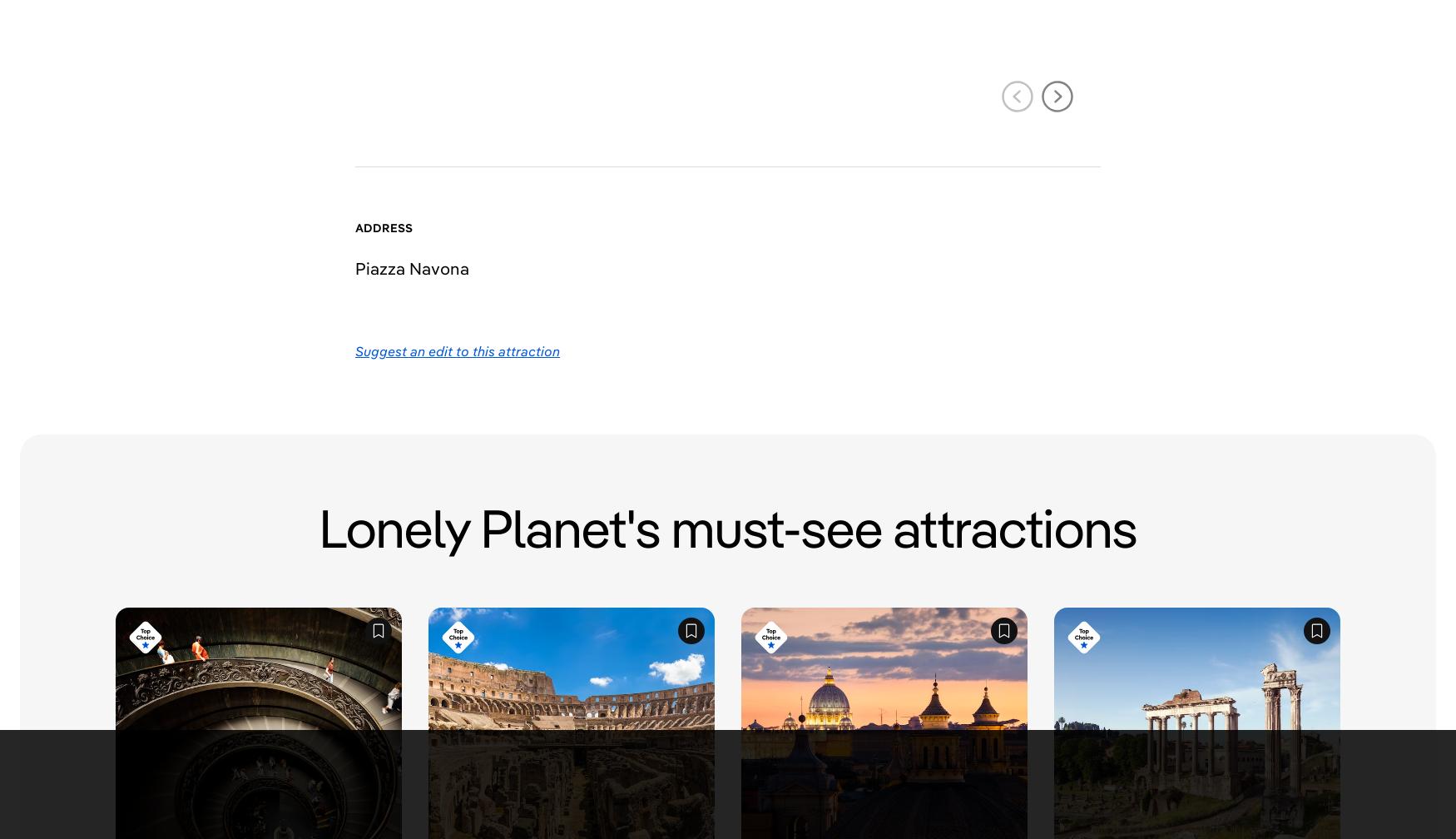  Describe the element at coordinates (904, 530) in the screenshot. I see `'Sustainable Travel'` at that location.